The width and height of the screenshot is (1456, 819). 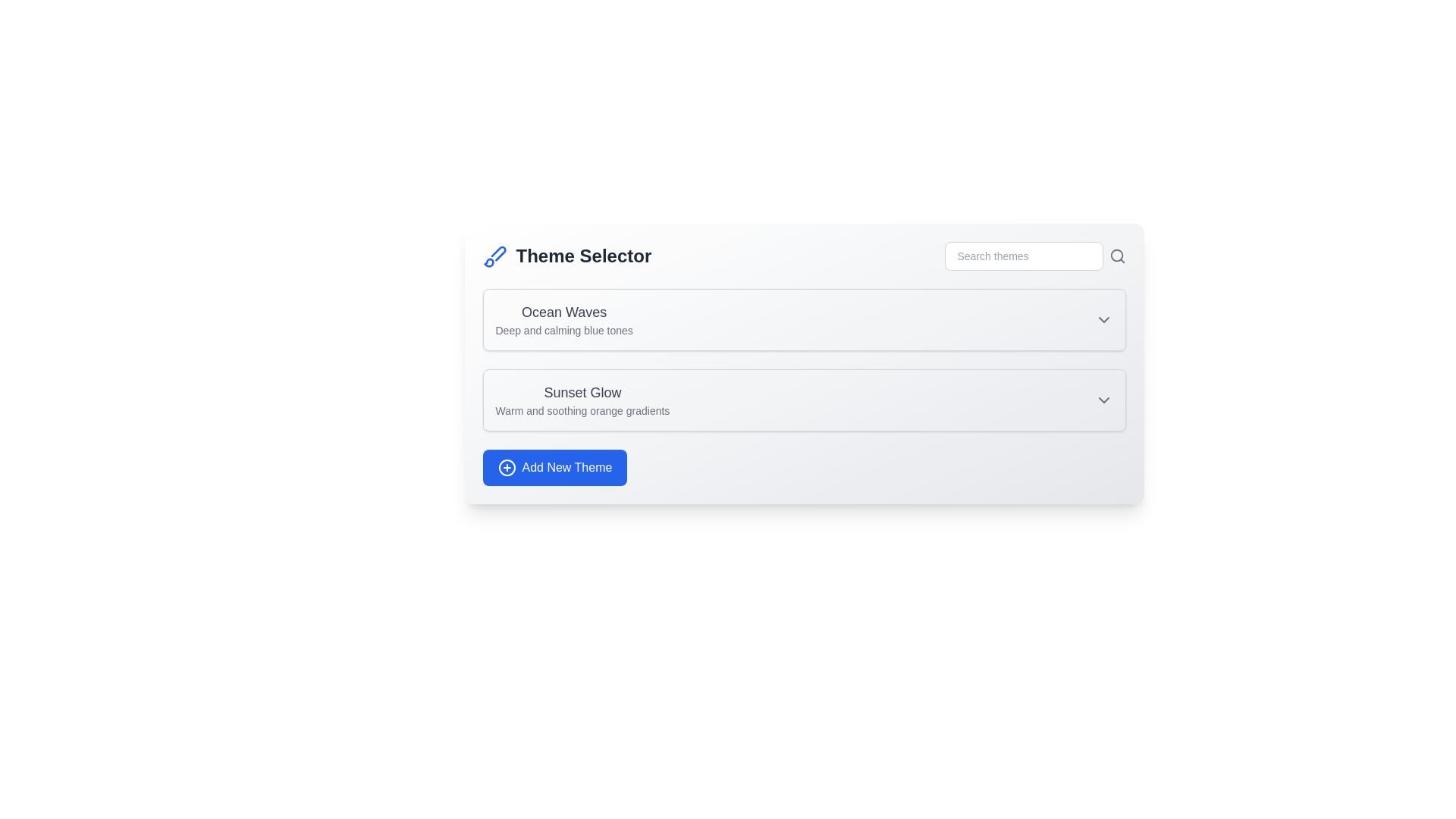 I want to click on accessibility attributes of the selectable theme option labeled 'Ocean Waves' in the theme chooser interface, which is the uppermost item in the vertical selection list, so click(x=803, y=318).